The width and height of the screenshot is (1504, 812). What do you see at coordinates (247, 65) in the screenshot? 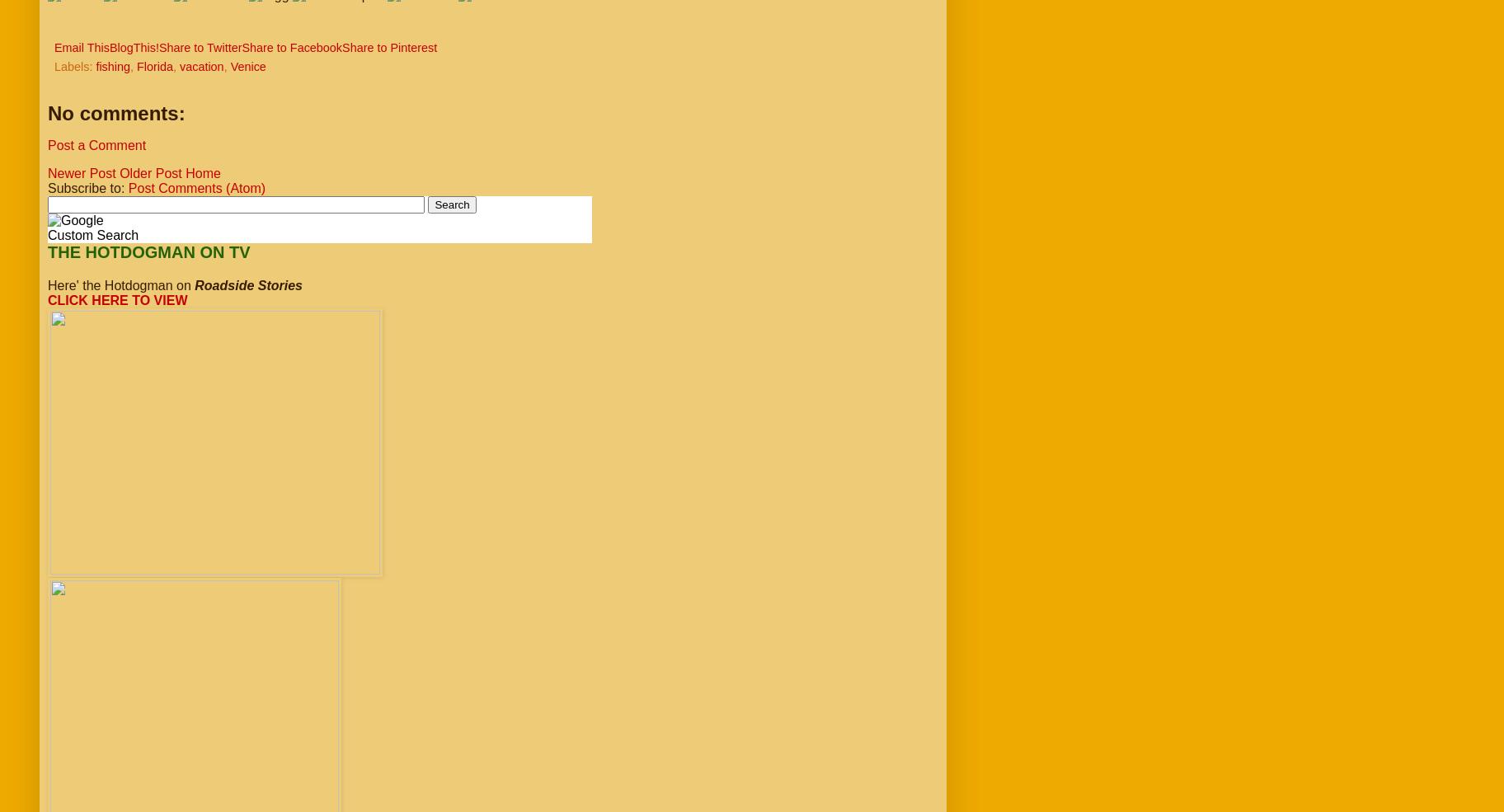
I see `'Venice'` at bounding box center [247, 65].